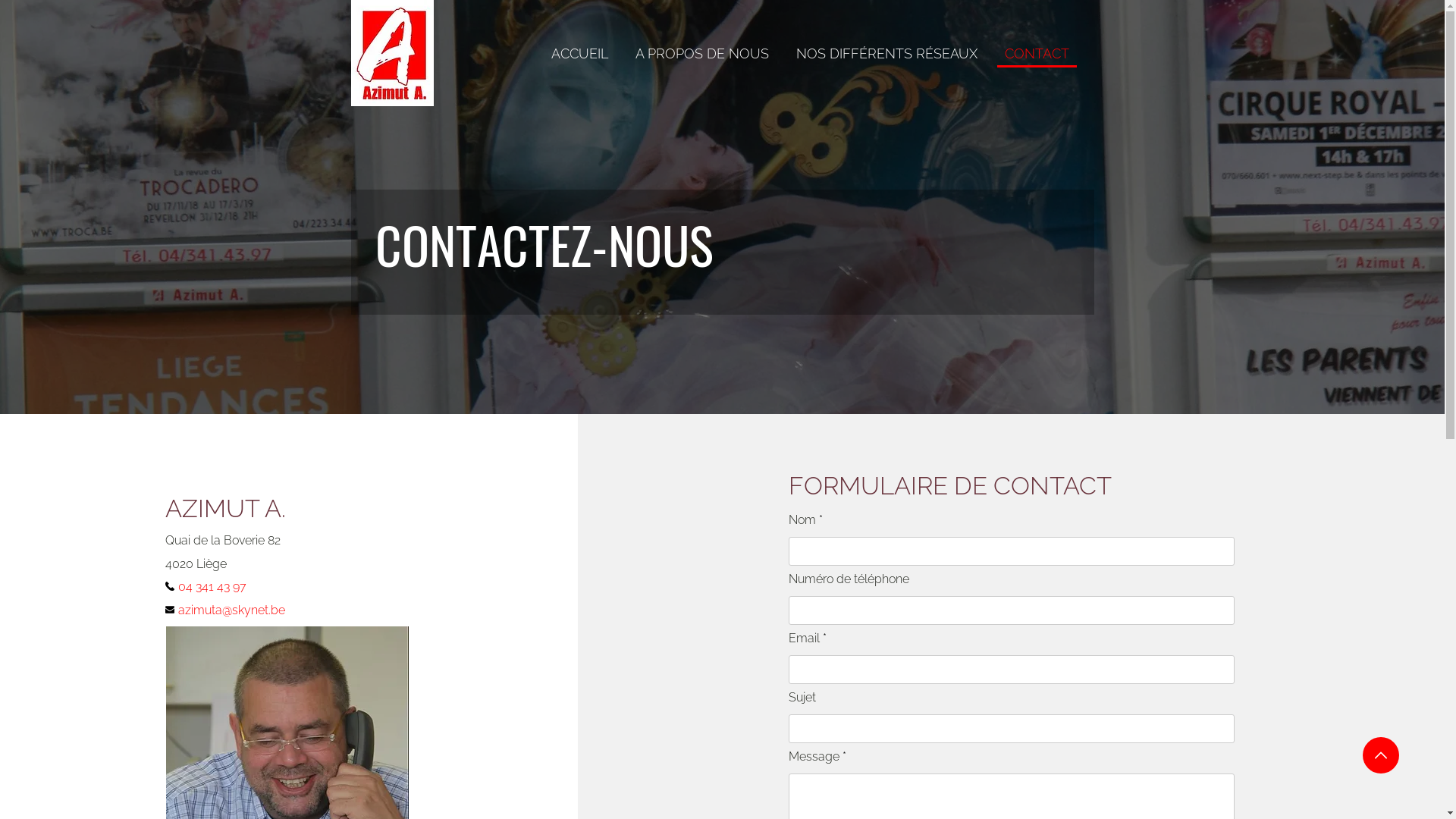 The image size is (1456, 819). I want to click on 'CONTACT', so click(996, 54).